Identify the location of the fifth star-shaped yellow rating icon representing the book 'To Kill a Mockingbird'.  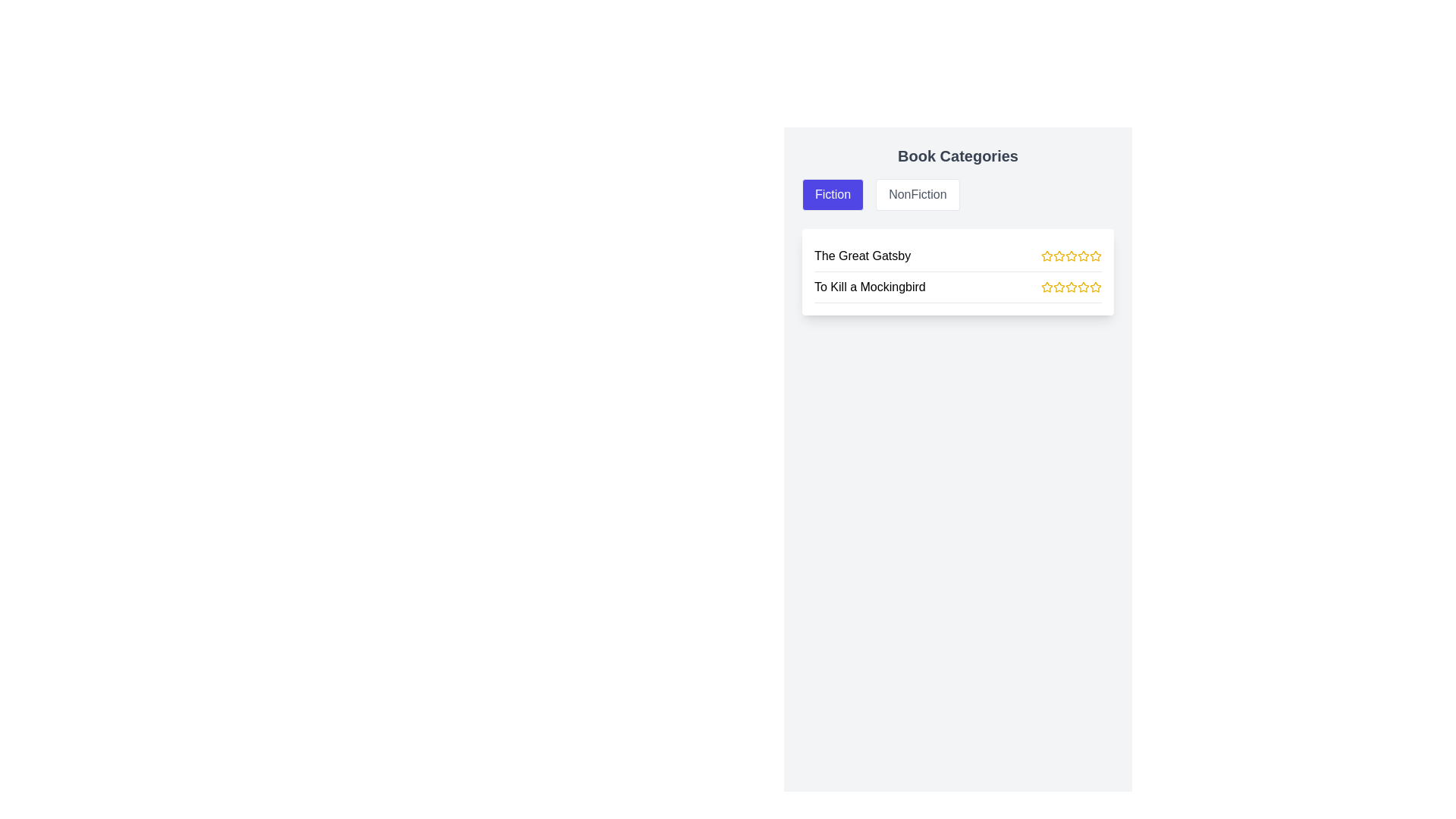
(1083, 287).